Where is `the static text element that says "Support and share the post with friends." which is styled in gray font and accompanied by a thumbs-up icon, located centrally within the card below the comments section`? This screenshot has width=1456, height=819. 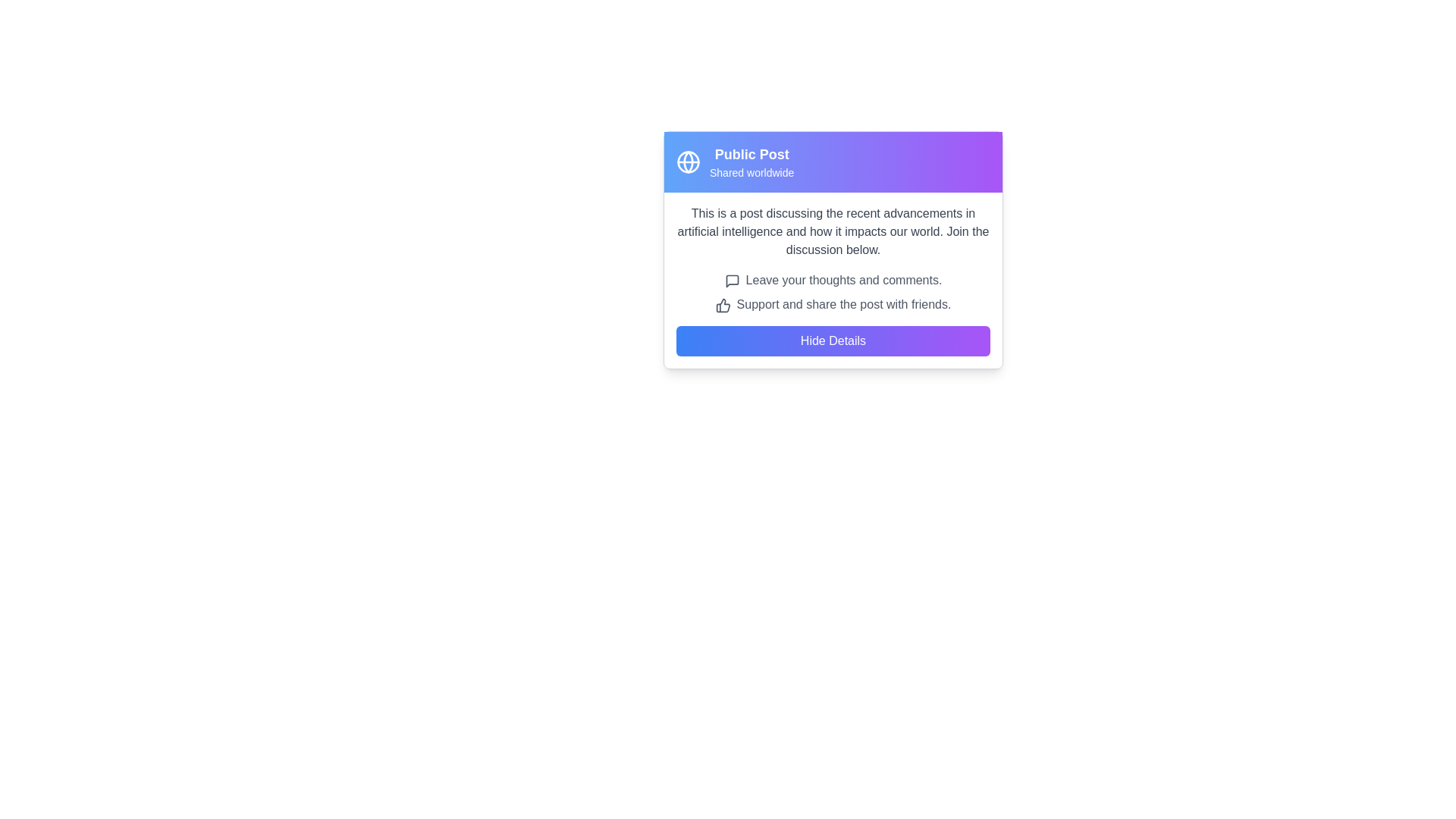 the static text element that says "Support and share the post with friends." which is styled in gray font and accompanied by a thumbs-up icon, located centrally within the card below the comments section is located at coordinates (833, 304).